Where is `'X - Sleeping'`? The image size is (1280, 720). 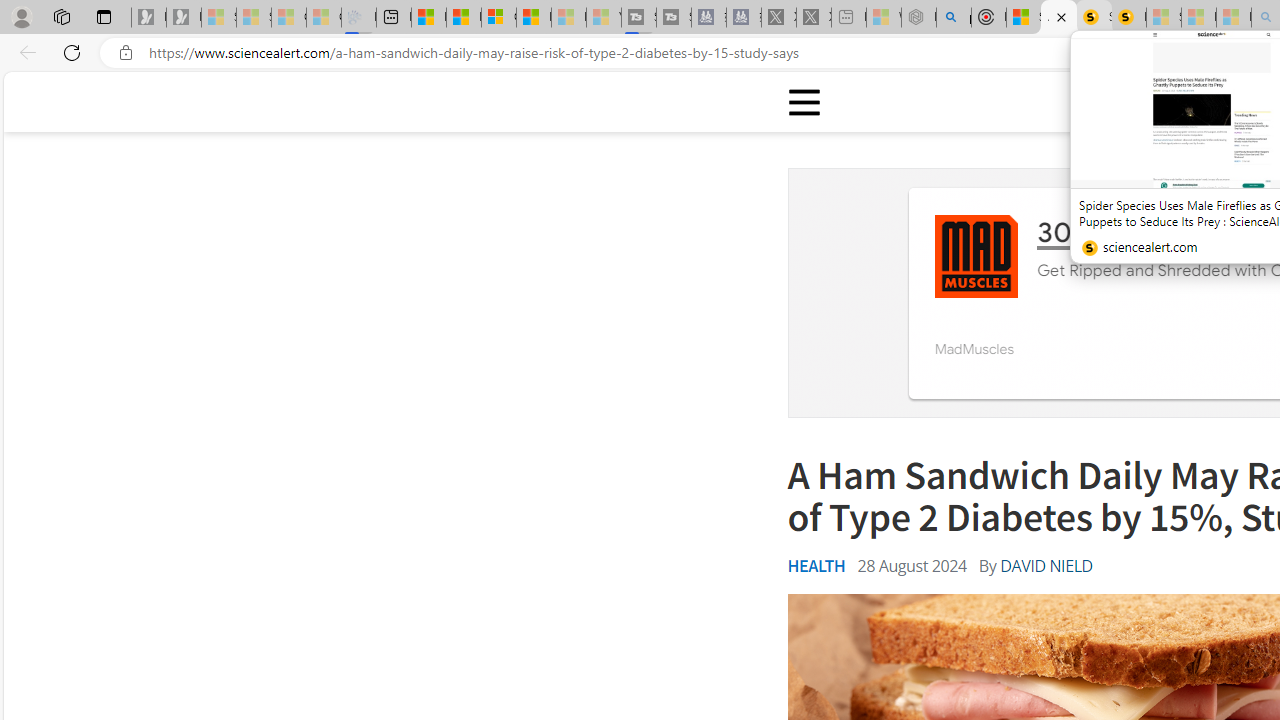 'X - Sleeping' is located at coordinates (814, 17).